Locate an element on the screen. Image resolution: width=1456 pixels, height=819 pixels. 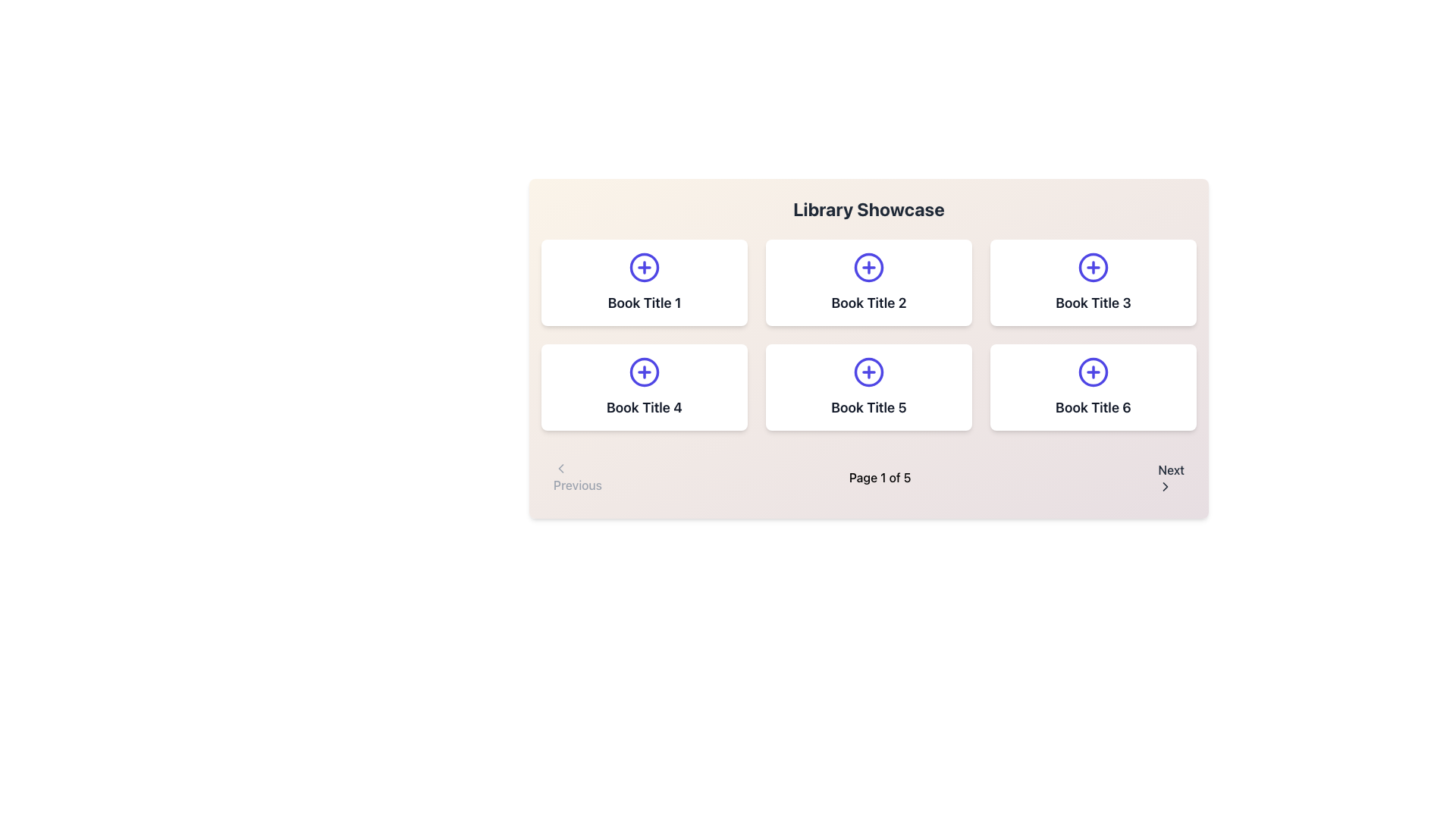
the static card displaying 'Book Title 6' with a plus sign icon, located at the bottom-right of the grid layout is located at coordinates (1093, 386).